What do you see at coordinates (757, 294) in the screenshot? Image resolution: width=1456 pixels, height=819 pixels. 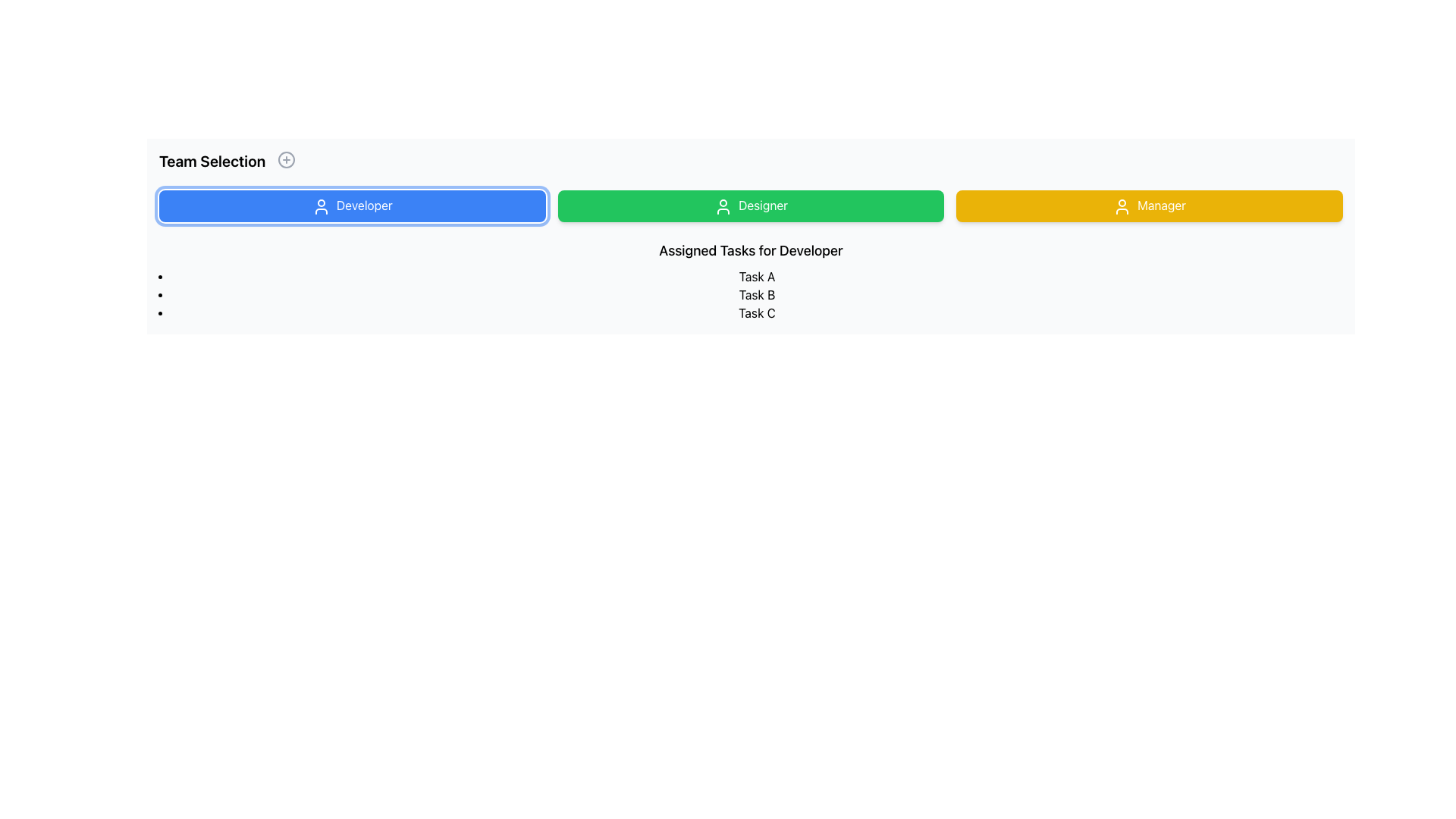 I see `the vertical unordered list containing 'Task A,' 'Task B,' and 'Task C,' which is centrally located below the header 'Assigned Tasks for Developer.'` at bounding box center [757, 294].